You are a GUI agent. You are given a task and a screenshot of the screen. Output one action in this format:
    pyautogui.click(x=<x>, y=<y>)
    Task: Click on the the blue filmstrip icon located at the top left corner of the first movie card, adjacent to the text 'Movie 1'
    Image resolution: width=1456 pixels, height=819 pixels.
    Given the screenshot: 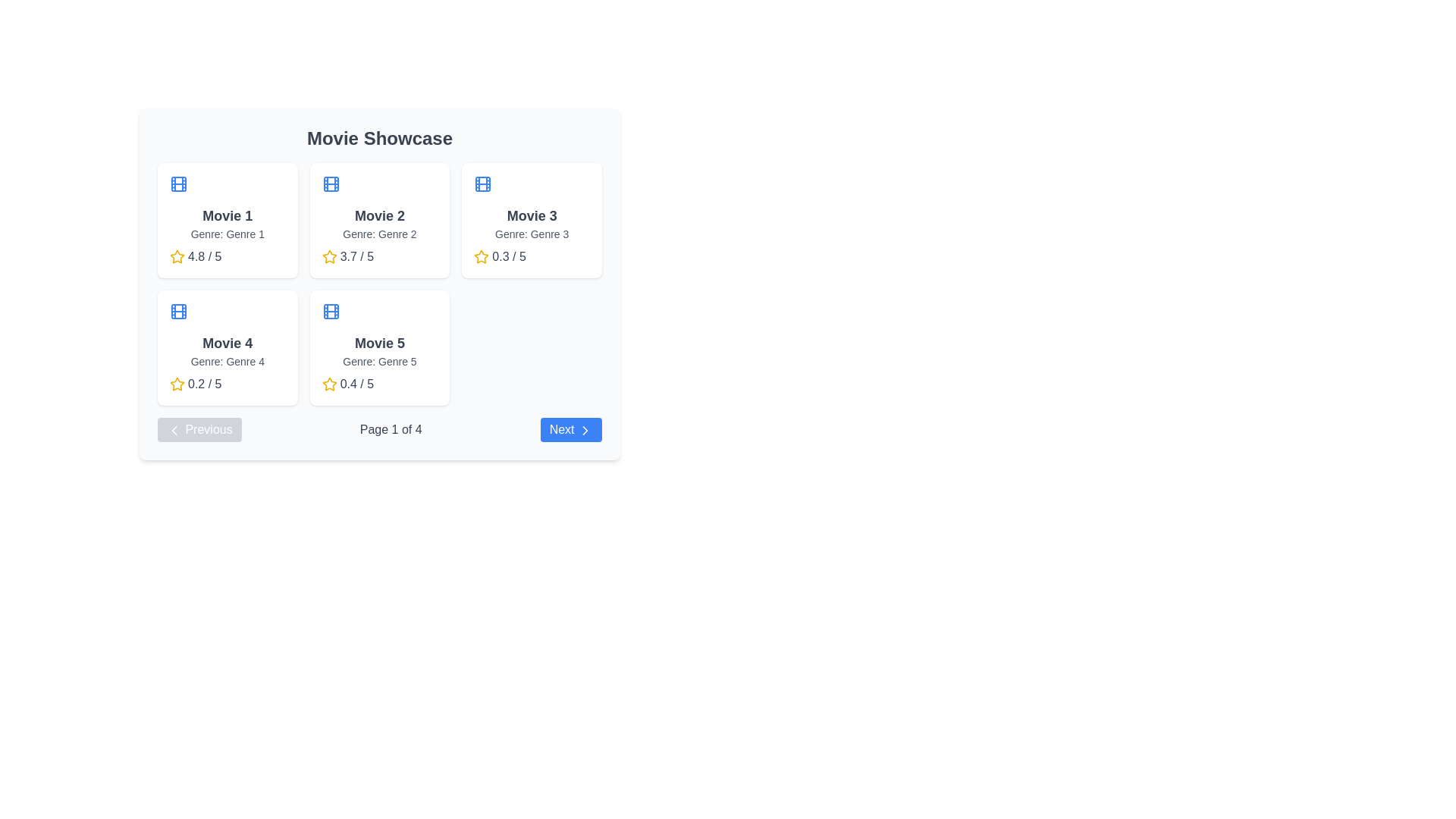 What is the action you would take?
    pyautogui.click(x=178, y=184)
    